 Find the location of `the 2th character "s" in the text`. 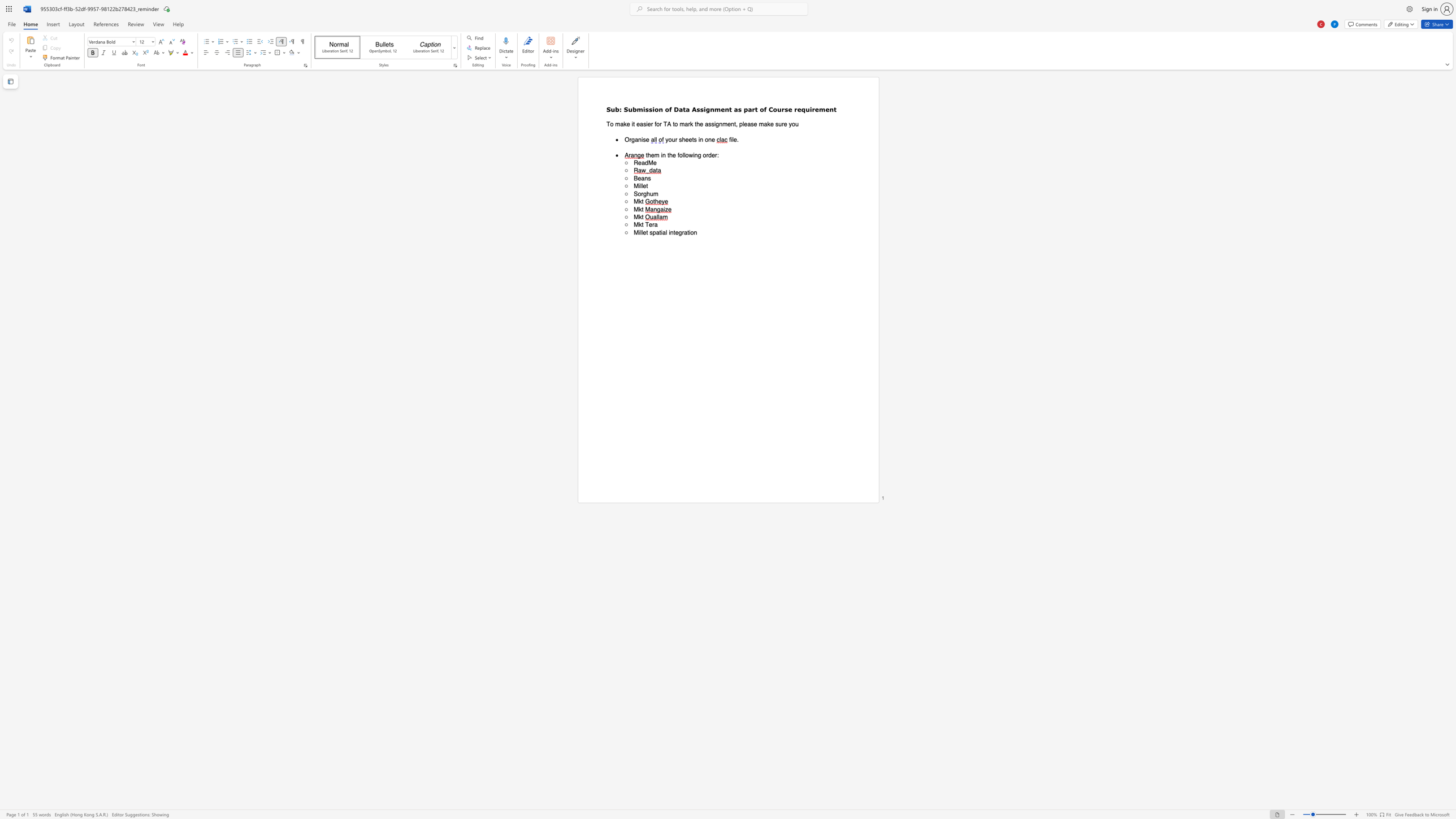

the 2th character "s" in the text is located at coordinates (695, 139).